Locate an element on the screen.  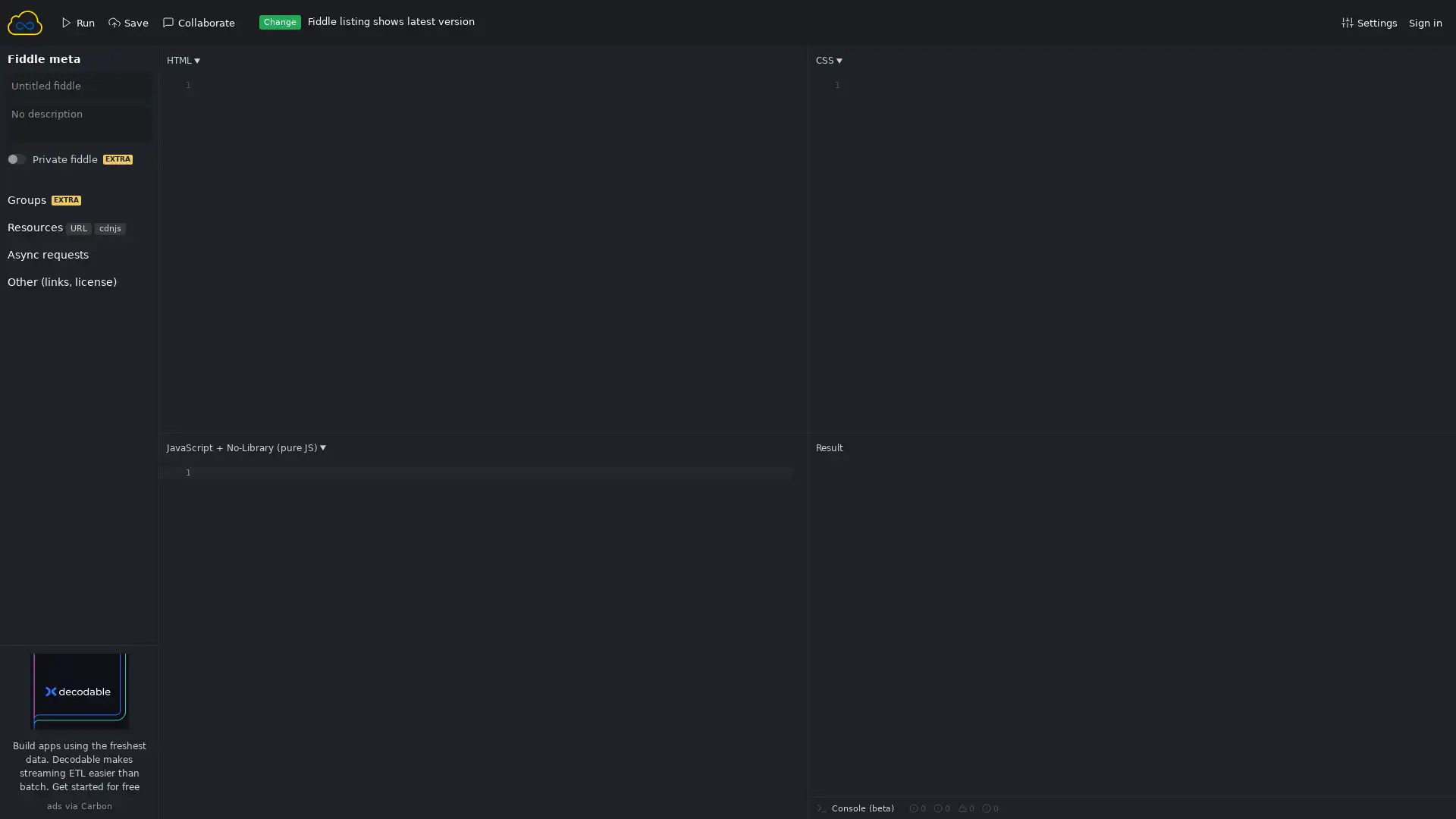
Fork is located at coordinates (31, 163).